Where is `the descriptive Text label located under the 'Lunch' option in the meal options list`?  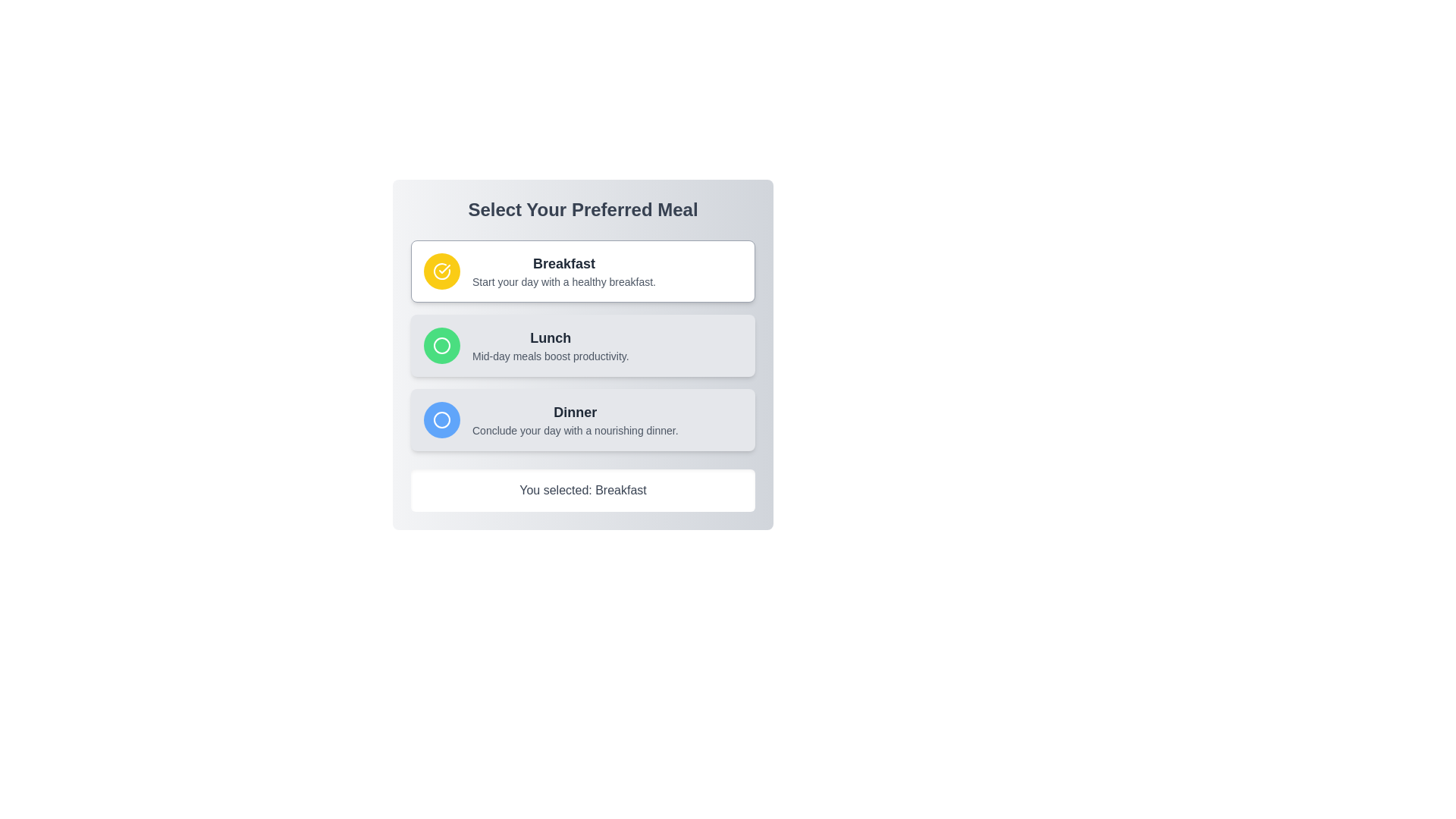 the descriptive Text label located under the 'Lunch' option in the meal options list is located at coordinates (550, 356).